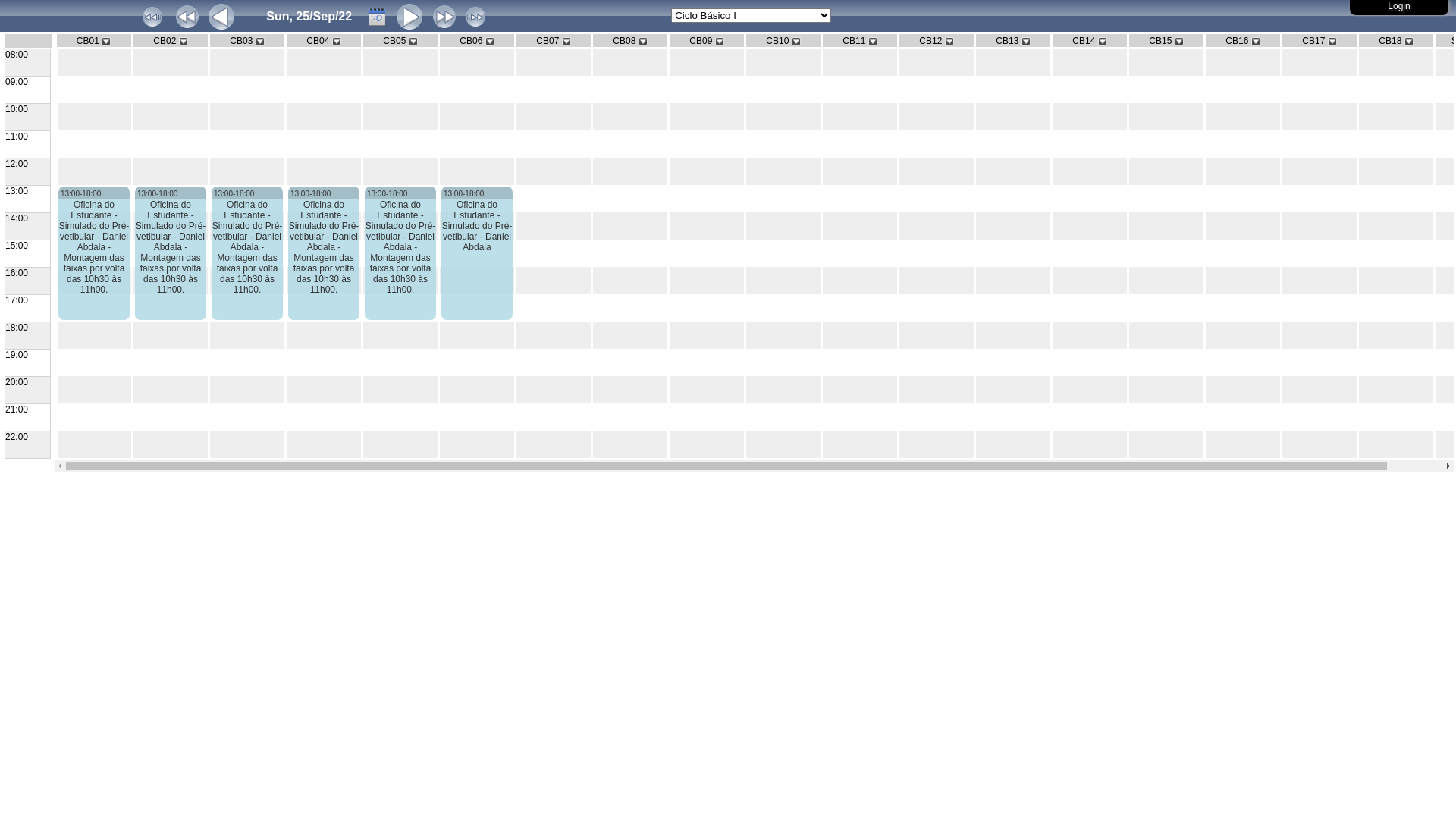  I want to click on 'Semana Anterior', so click(186, 17).